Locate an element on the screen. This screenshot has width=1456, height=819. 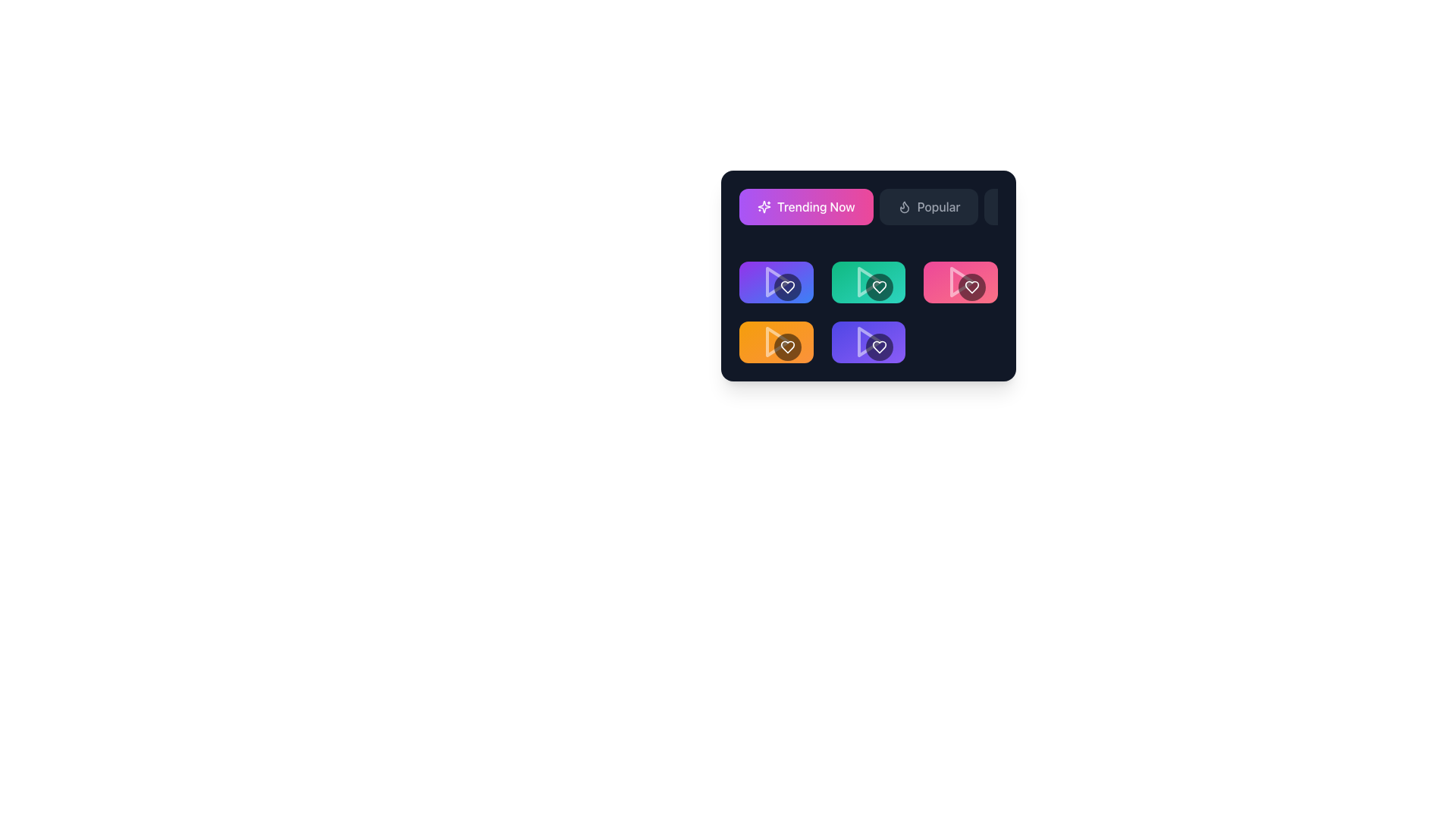
the button located in the second row and third column of a grid of buttons is located at coordinates (927, 275).